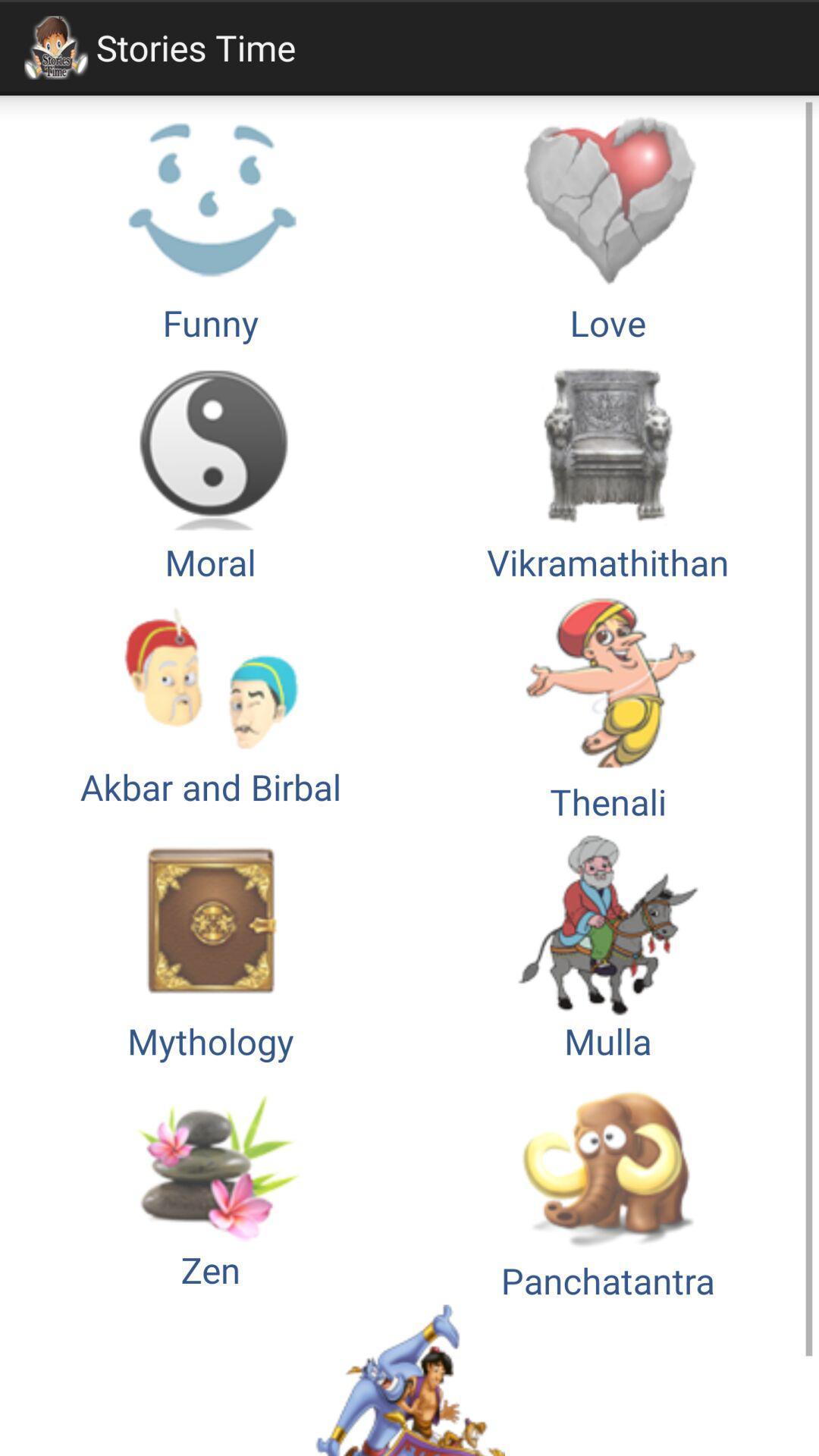 The height and width of the screenshot is (1456, 819). I want to click on item at the bottom right corner, so click(607, 1184).